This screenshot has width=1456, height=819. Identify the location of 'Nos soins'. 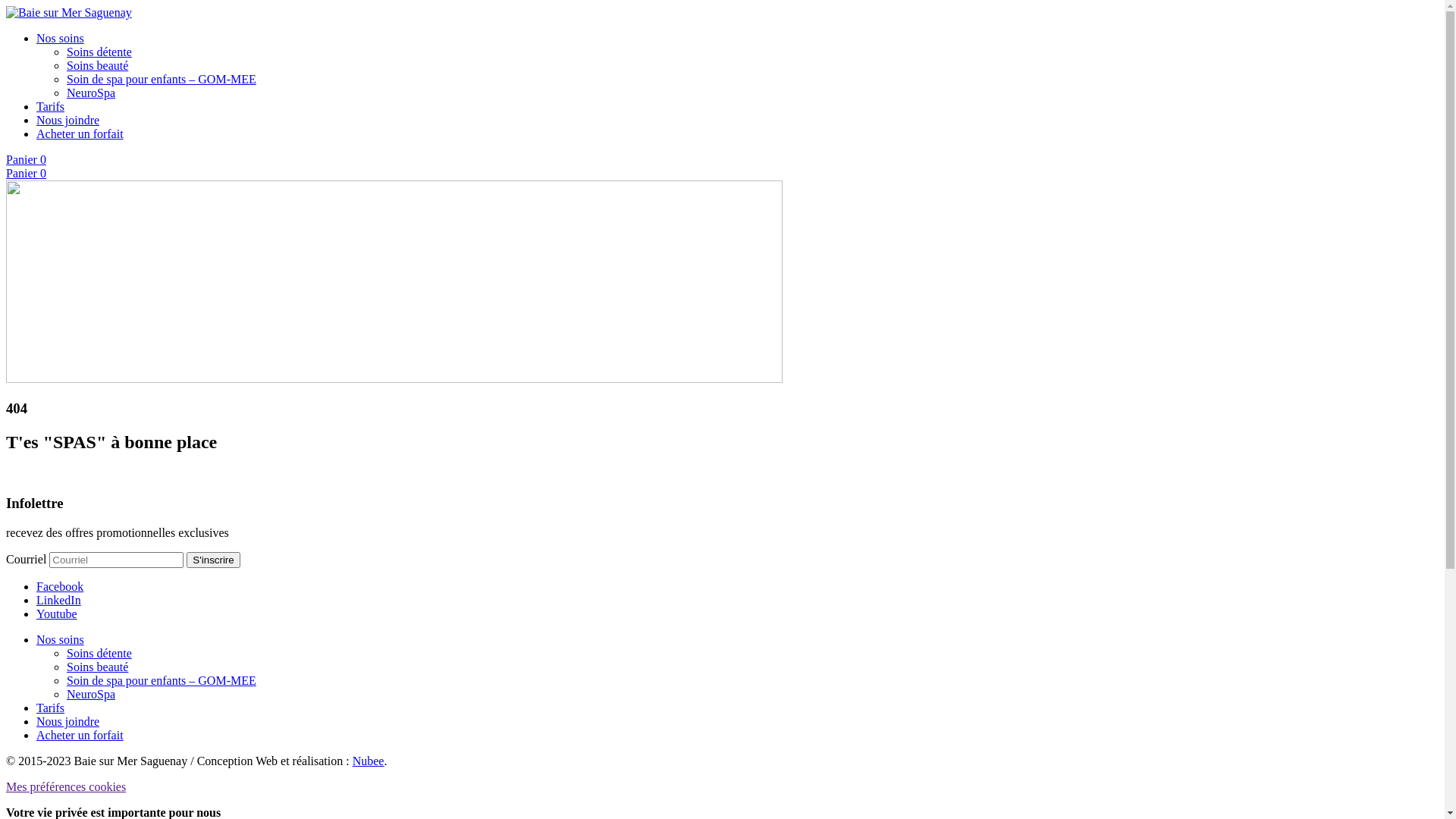
(60, 37).